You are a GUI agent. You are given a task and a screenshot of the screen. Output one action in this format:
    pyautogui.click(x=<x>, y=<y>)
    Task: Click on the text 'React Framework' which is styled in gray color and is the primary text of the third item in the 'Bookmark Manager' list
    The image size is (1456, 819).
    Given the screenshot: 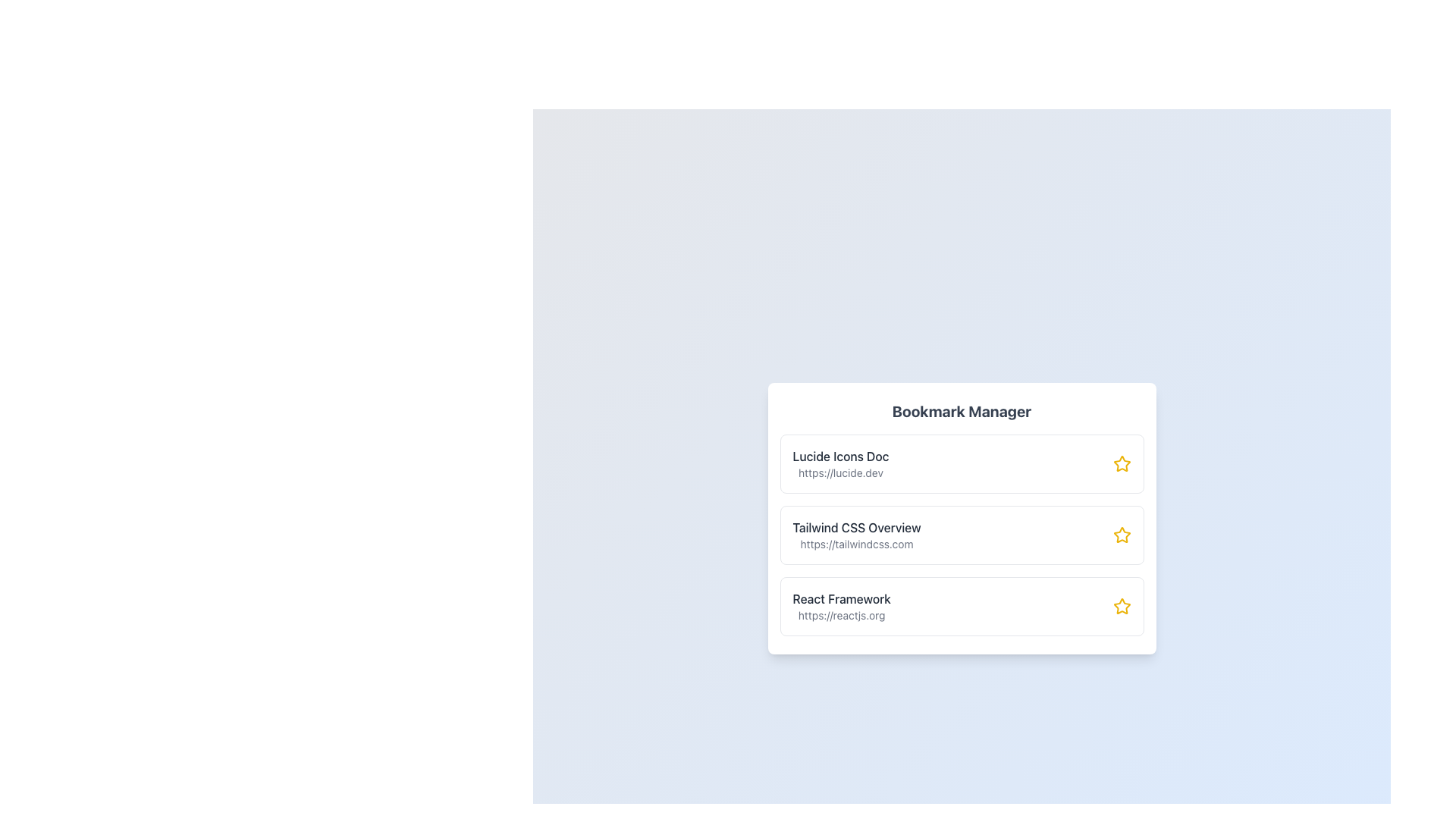 What is the action you would take?
    pyautogui.click(x=841, y=598)
    